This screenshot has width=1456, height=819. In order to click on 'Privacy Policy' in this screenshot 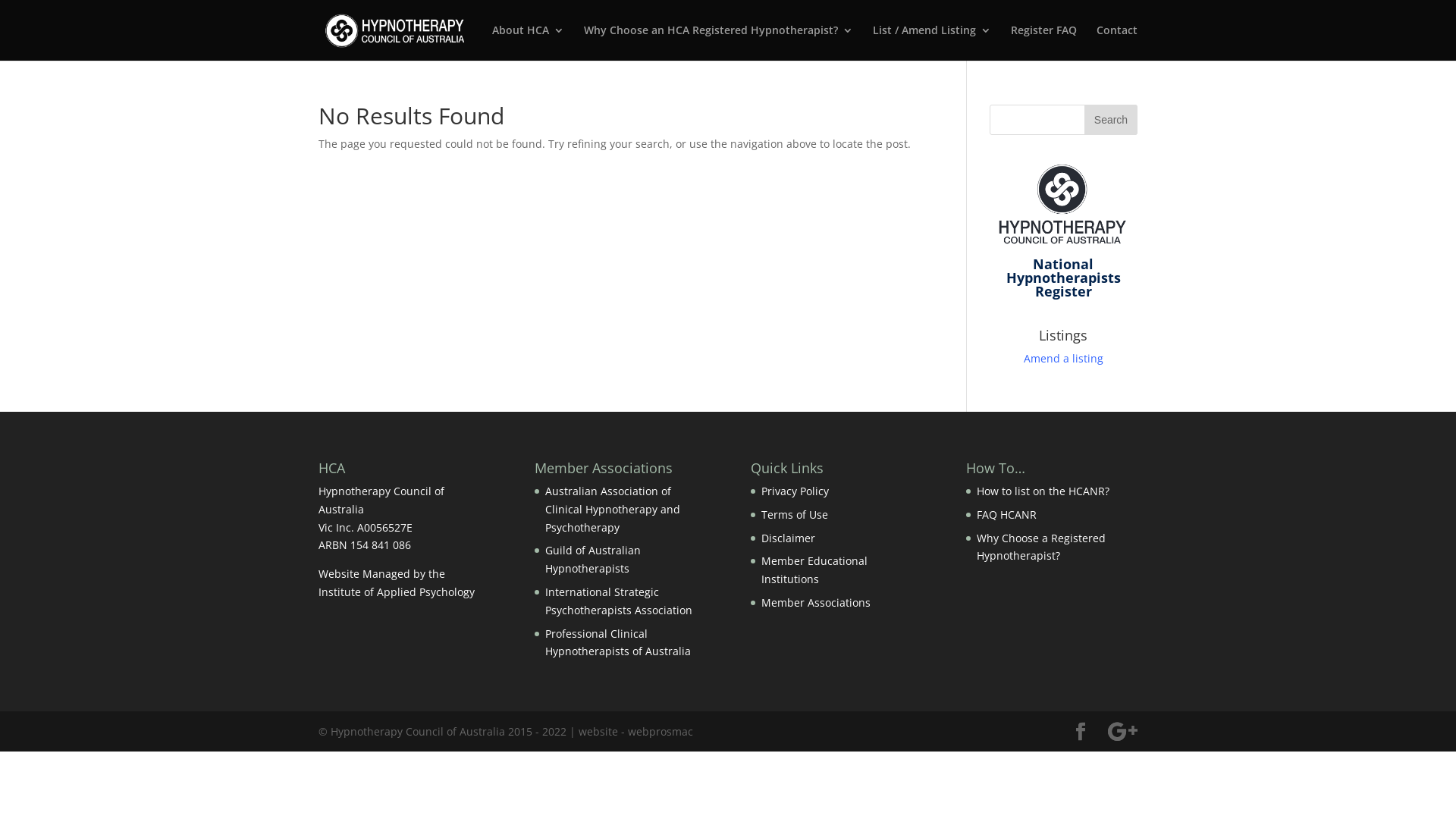, I will do `click(794, 491)`.